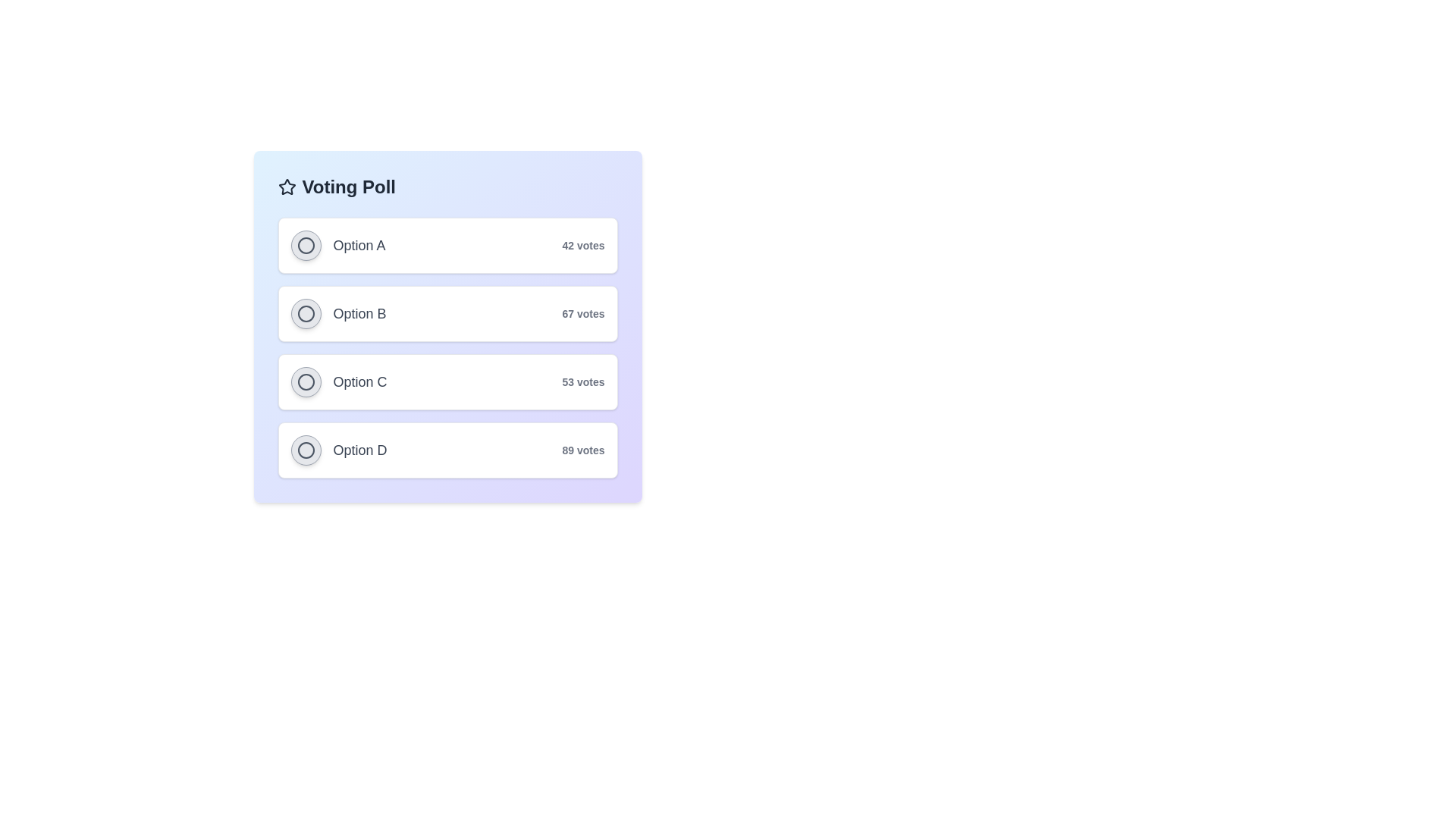 Image resolution: width=1456 pixels, height=819 pixels. What do you see at coordinates (305, 381) in the screenshot?
I see `the radio button for 'Option C', which is the third circular icon in the vertical list of options in the voting poll` at bounding box center [305, 381].